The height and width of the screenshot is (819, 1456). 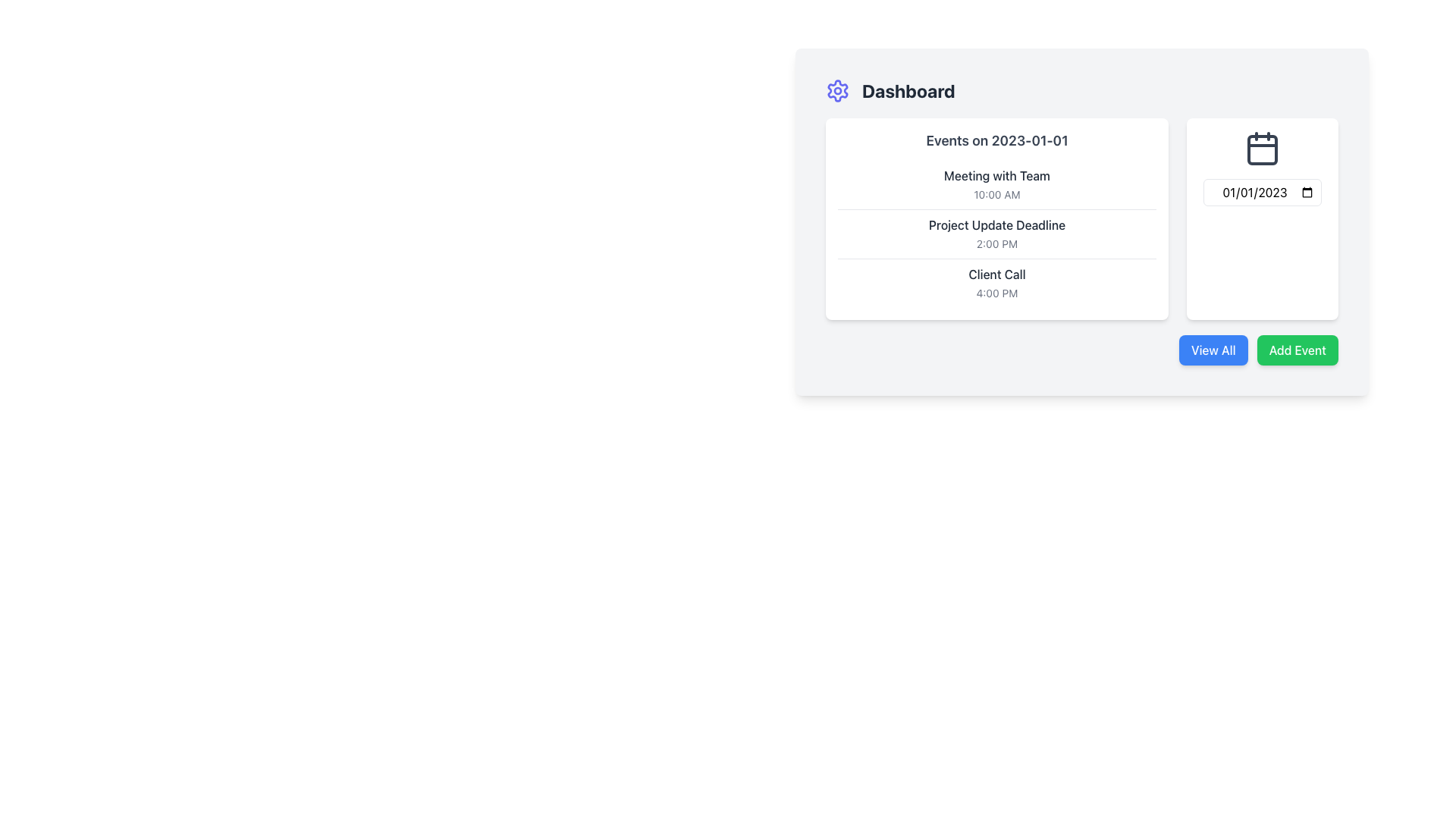 I want to click on the text label 'Meeting with Team', so click(x=997, y=174).